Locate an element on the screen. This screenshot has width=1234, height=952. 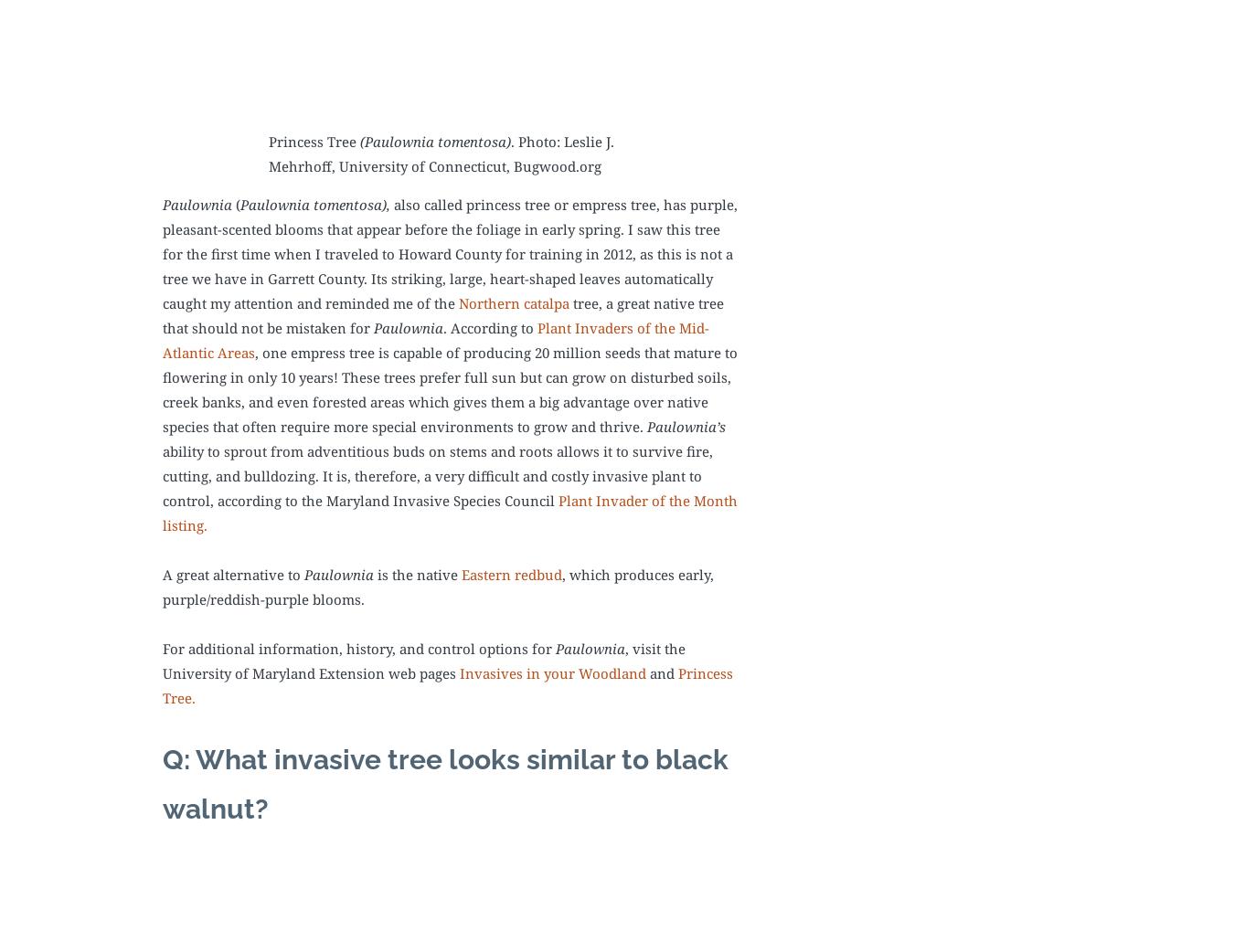
'Plant Invaders of the Mid-Atlantic Areas' is located at coordinates (434, 339).